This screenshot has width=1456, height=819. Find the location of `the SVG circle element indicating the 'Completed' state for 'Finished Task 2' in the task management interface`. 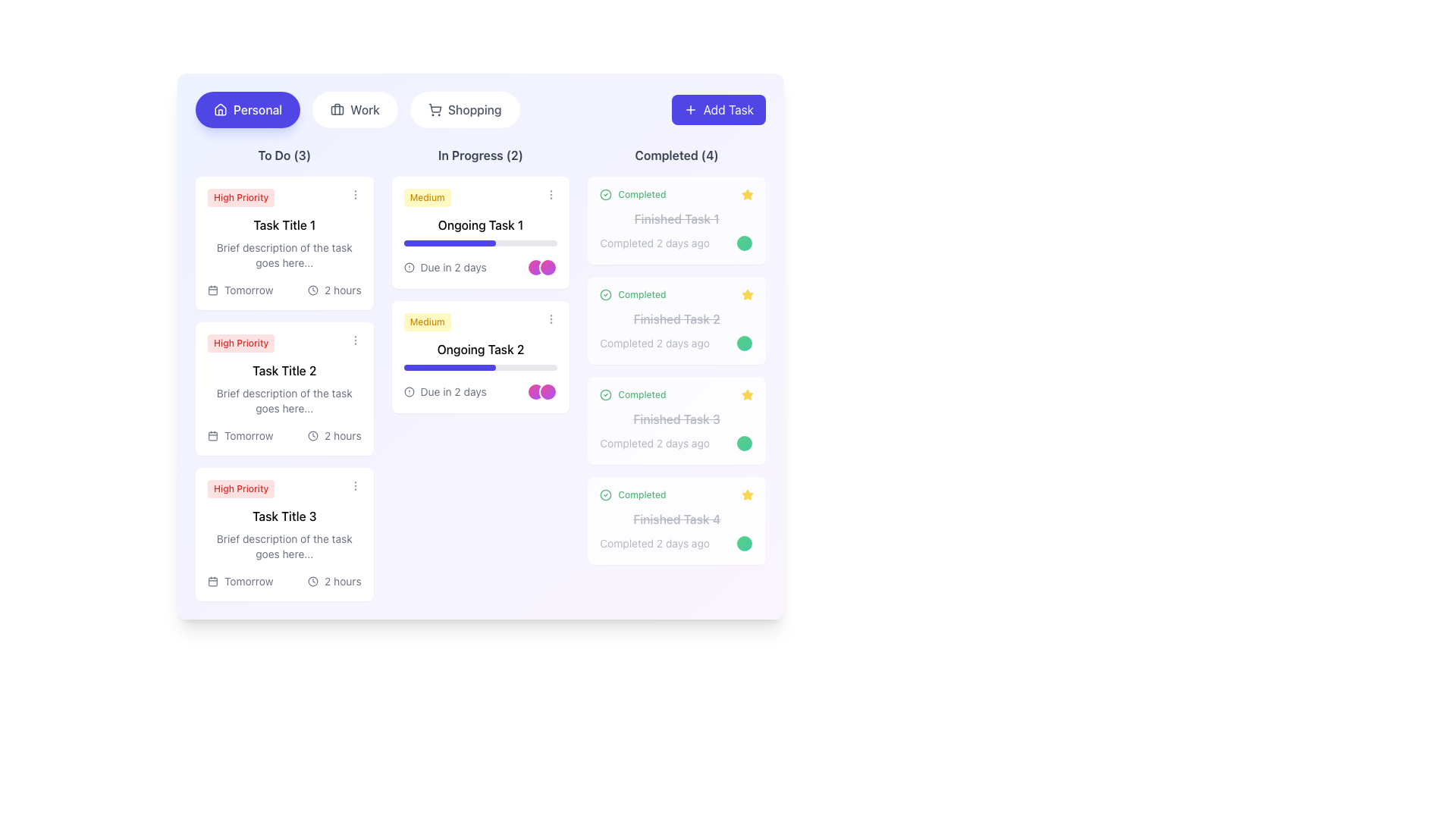

the SVG circle element indicating the 'Completed' state for 'Finished Task 2' in the task management interface is located at coordinates (605, 394).